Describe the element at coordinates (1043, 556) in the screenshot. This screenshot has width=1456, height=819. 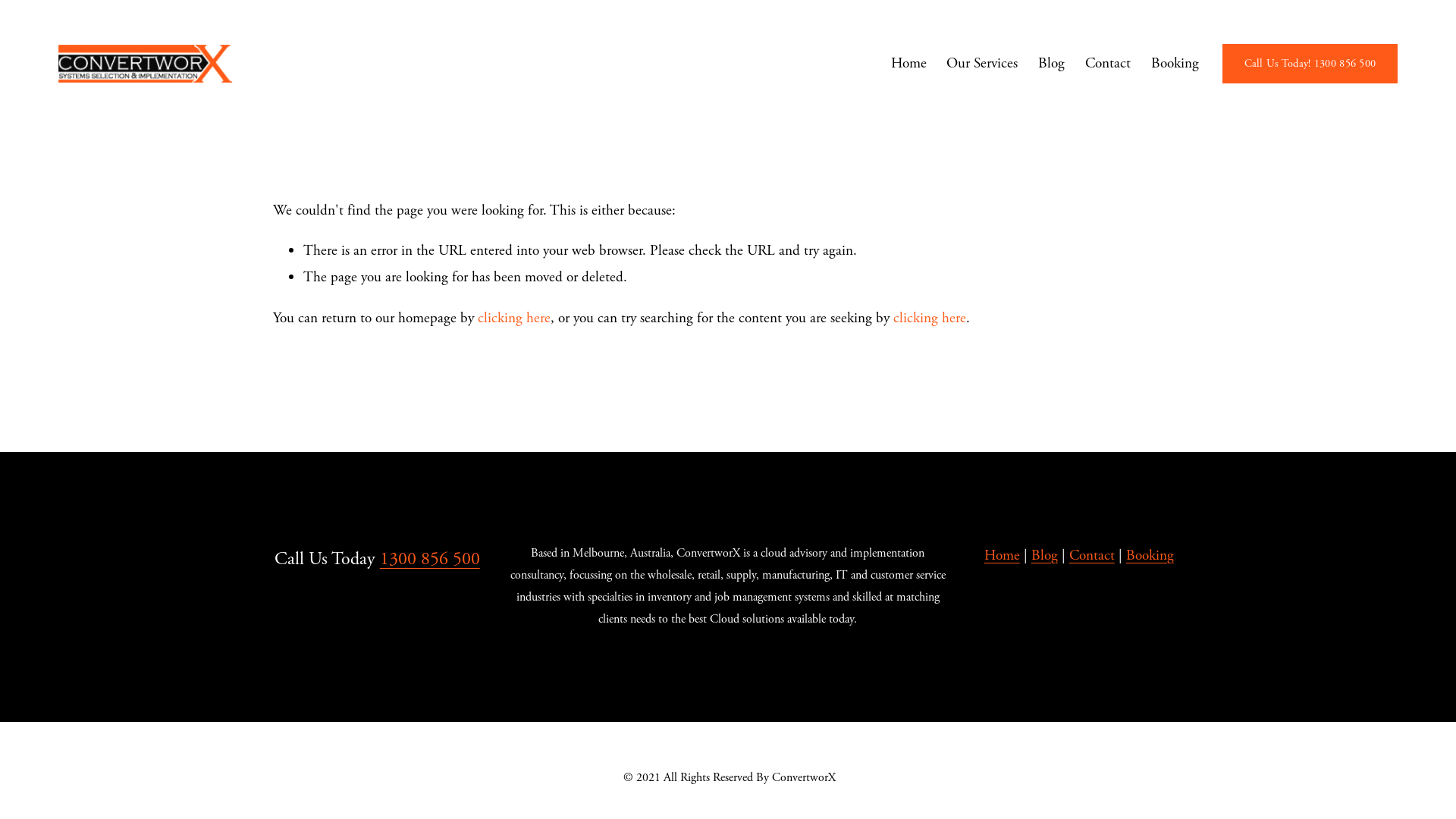
I see `'Blog'` at that location.